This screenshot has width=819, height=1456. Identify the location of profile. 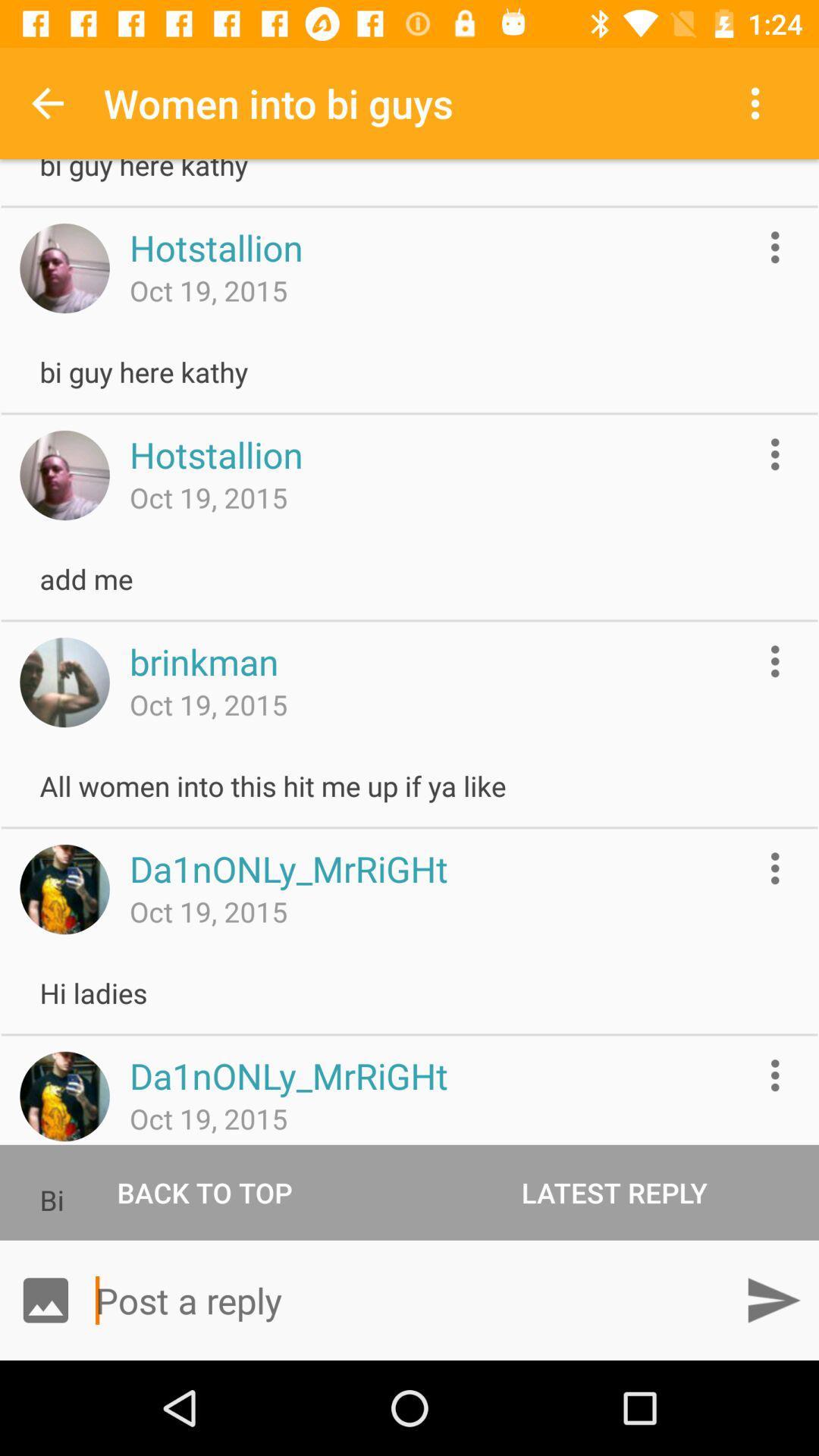
(64, 889).